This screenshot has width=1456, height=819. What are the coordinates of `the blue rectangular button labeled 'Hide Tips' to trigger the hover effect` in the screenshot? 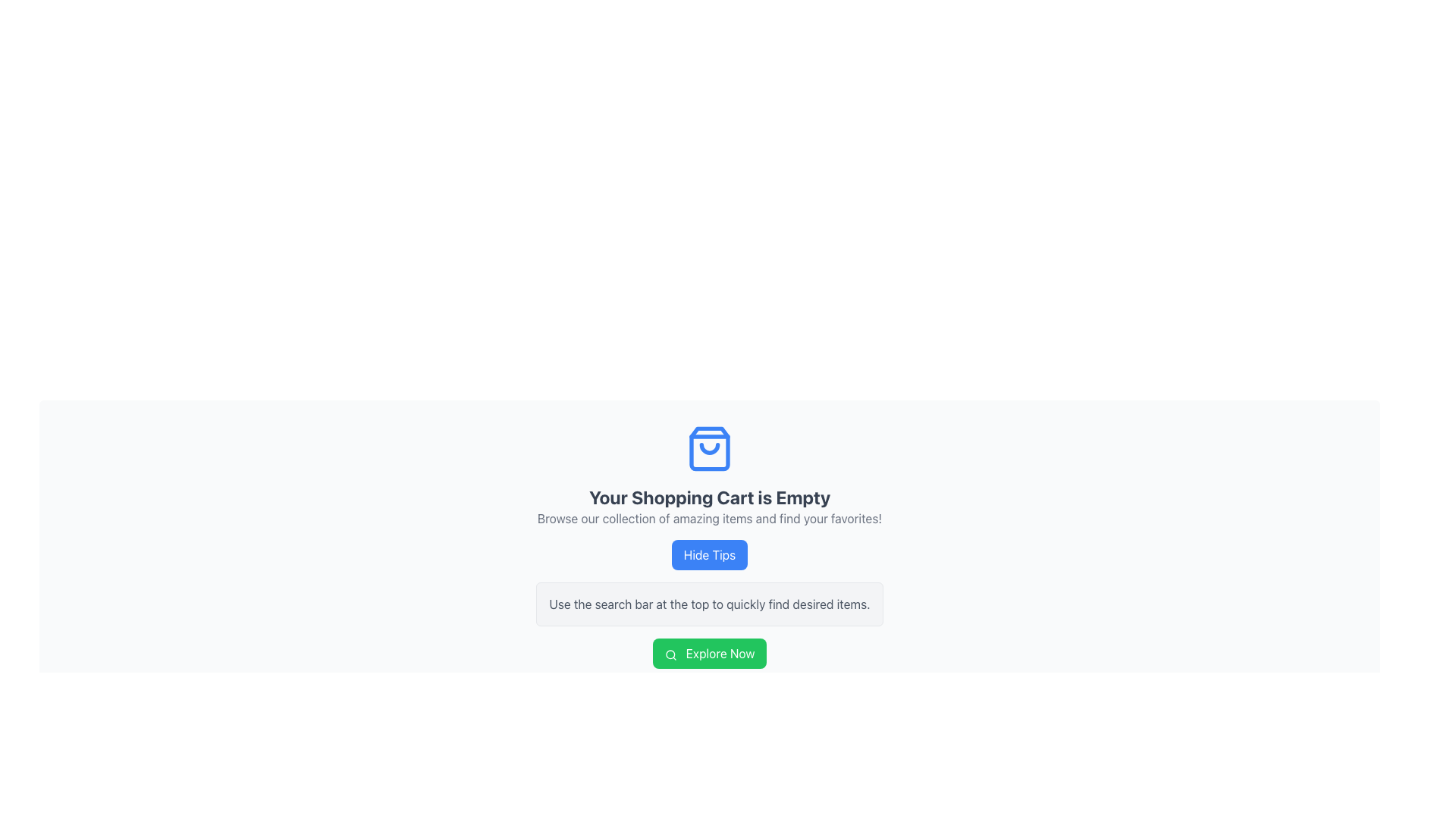 It's located at (709, 555).